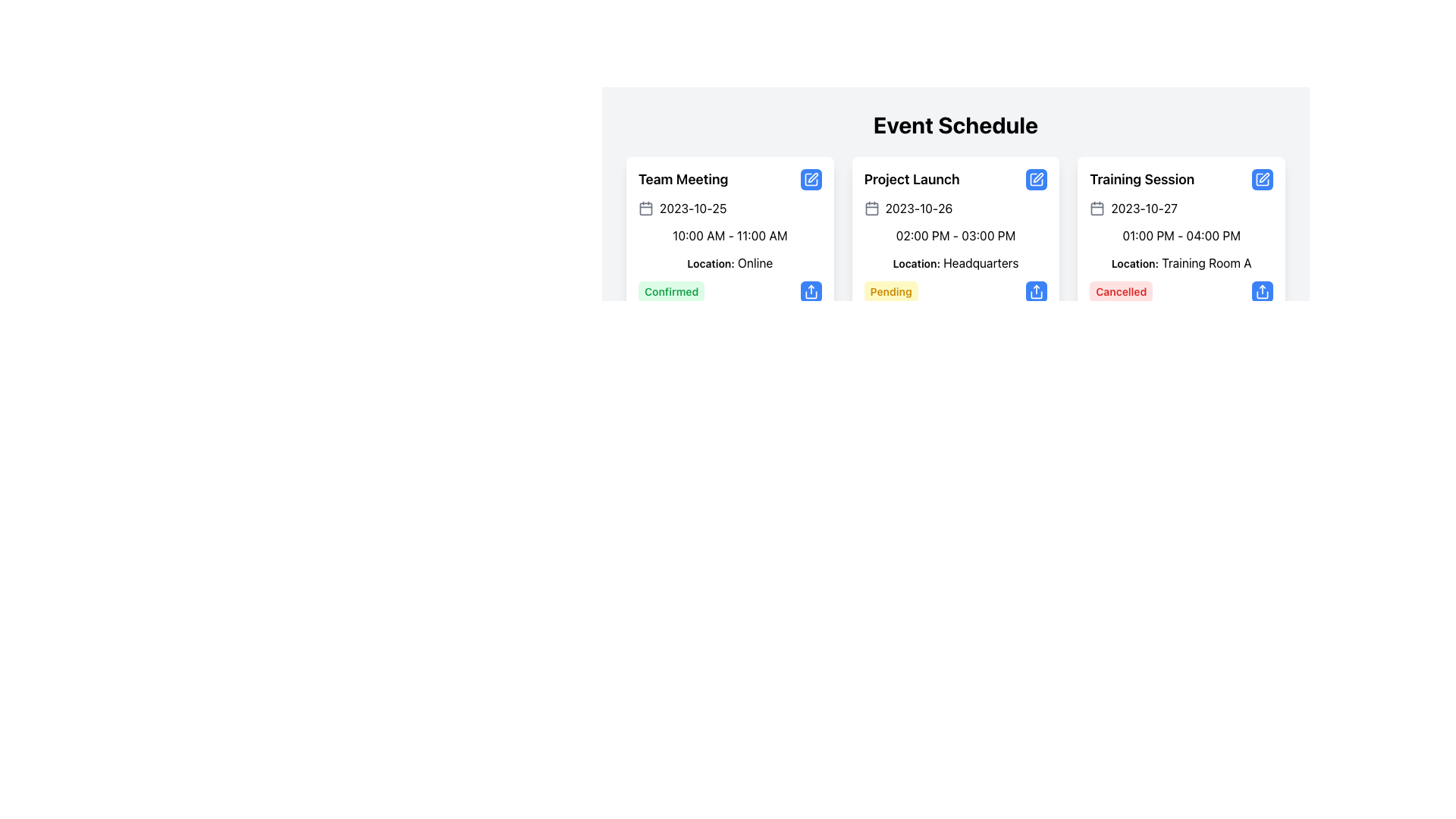 The height and width of the screenshot is (819, 1456). Describe the element at coordinates (810, 292) in the screenshot. I see `the share icon button located in the bottom right corner of the first event card` at that location.